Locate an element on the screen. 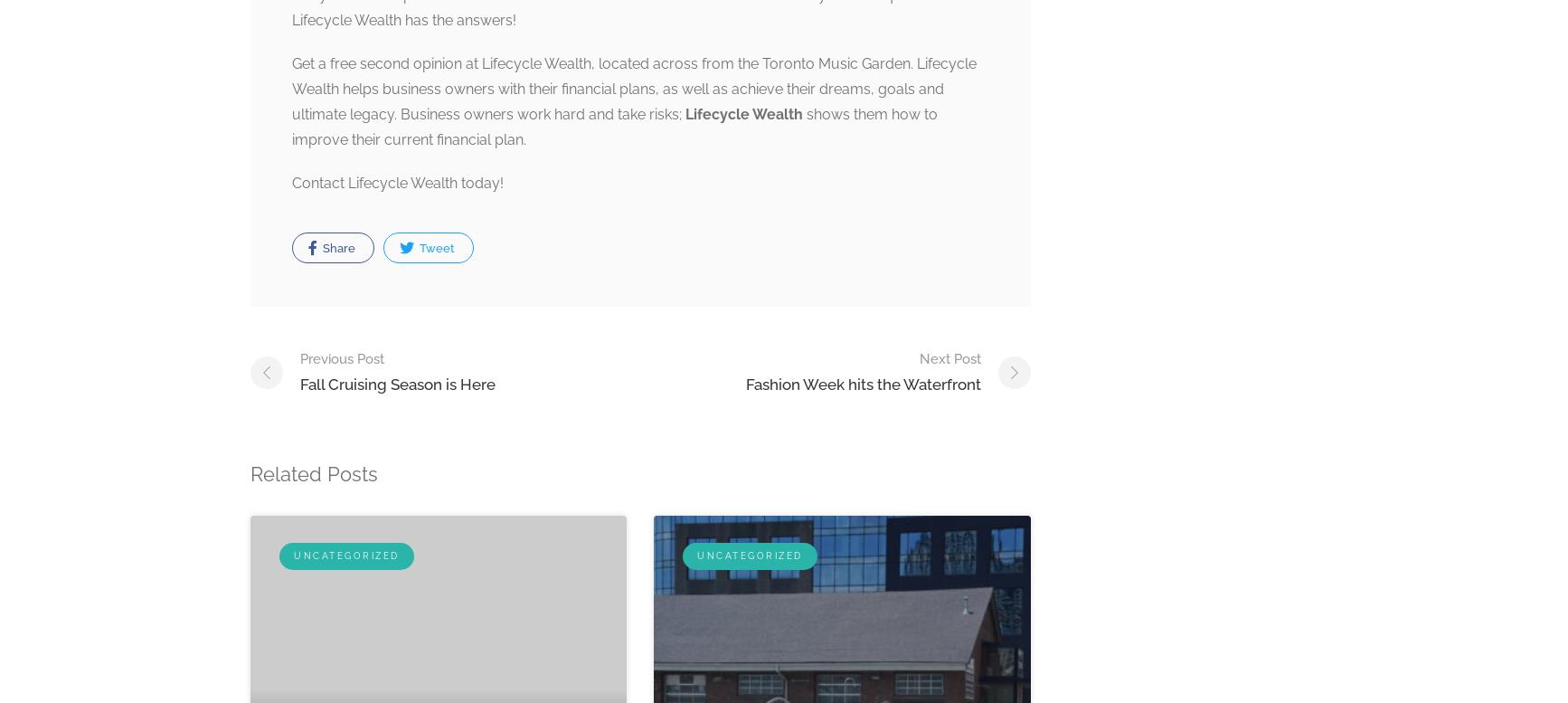 Image resolution: width=1568 pixels, height=703 pixels. 'Contact Lifecycle Wealth today!' is located at coordinates (396, 182).